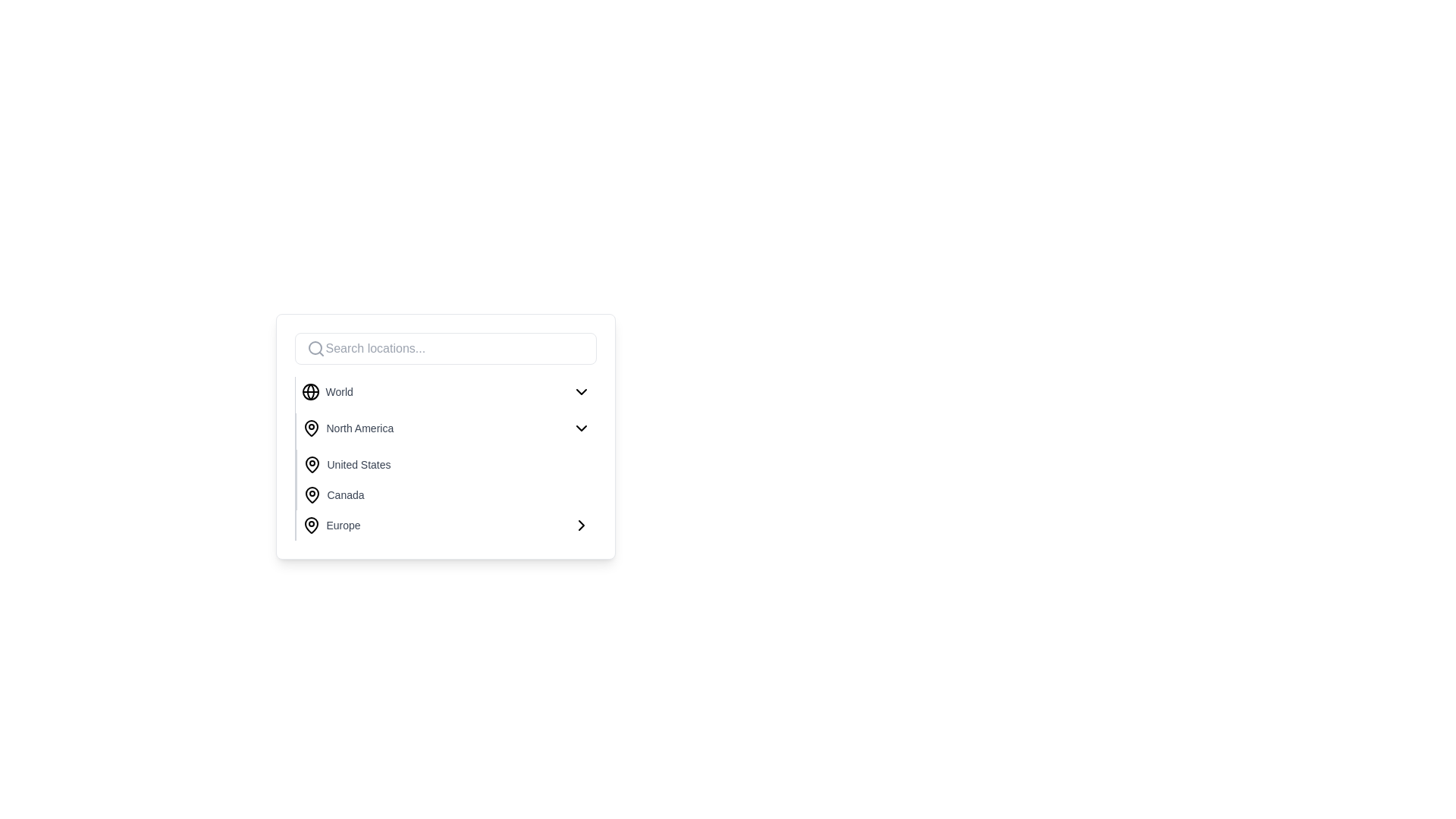 The width and height of the screenshot is (1456, 819). What do you see at coordinates (445, 525) in the screenshot?
I see `the list item in the dropdown menu labeled 'Europe'` at bounding box center [445, 525].